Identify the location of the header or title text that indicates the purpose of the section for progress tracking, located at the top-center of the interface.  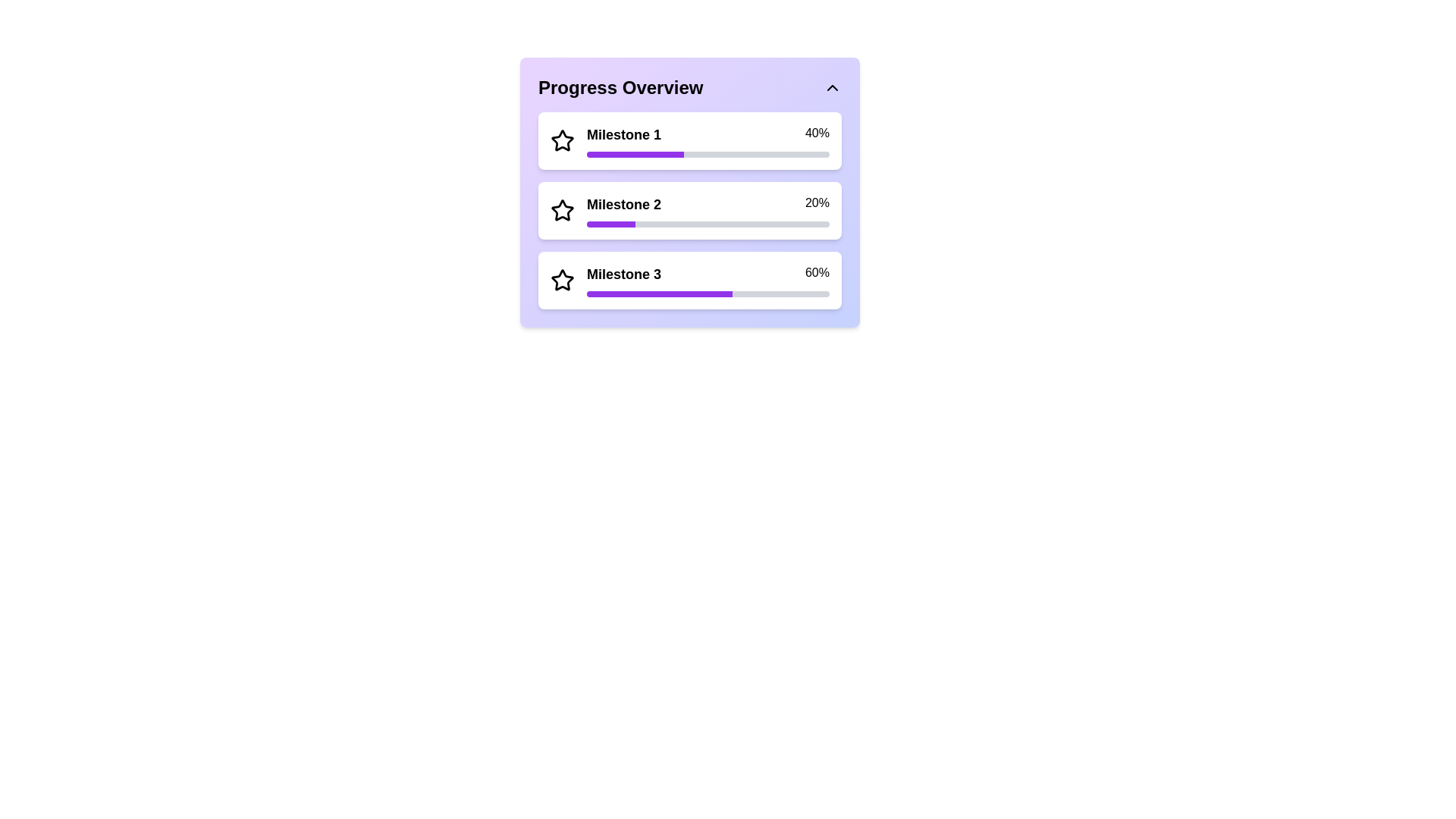
(620, 87).